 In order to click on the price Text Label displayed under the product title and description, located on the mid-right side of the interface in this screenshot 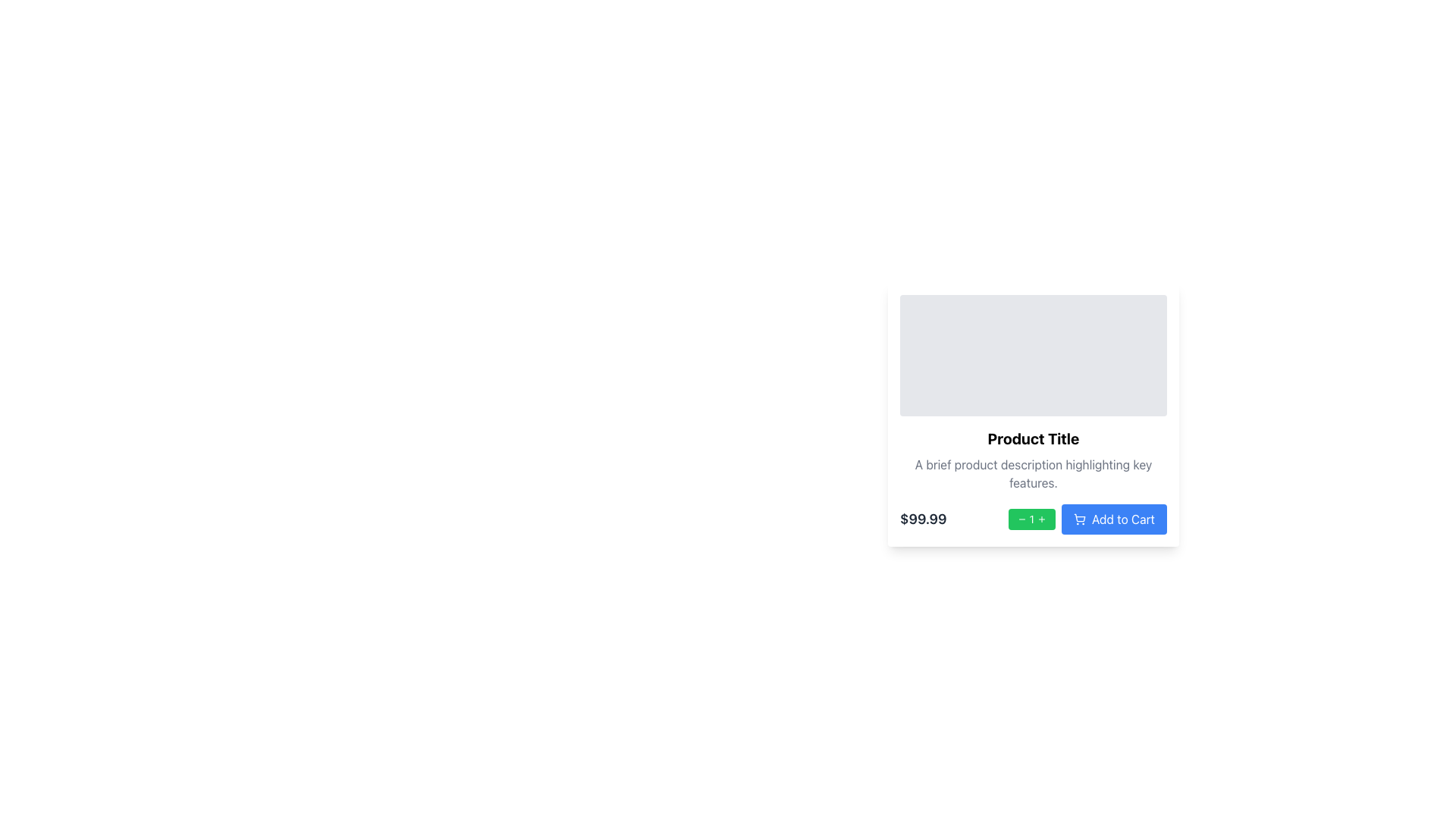, I will do `click(922, 519)`.